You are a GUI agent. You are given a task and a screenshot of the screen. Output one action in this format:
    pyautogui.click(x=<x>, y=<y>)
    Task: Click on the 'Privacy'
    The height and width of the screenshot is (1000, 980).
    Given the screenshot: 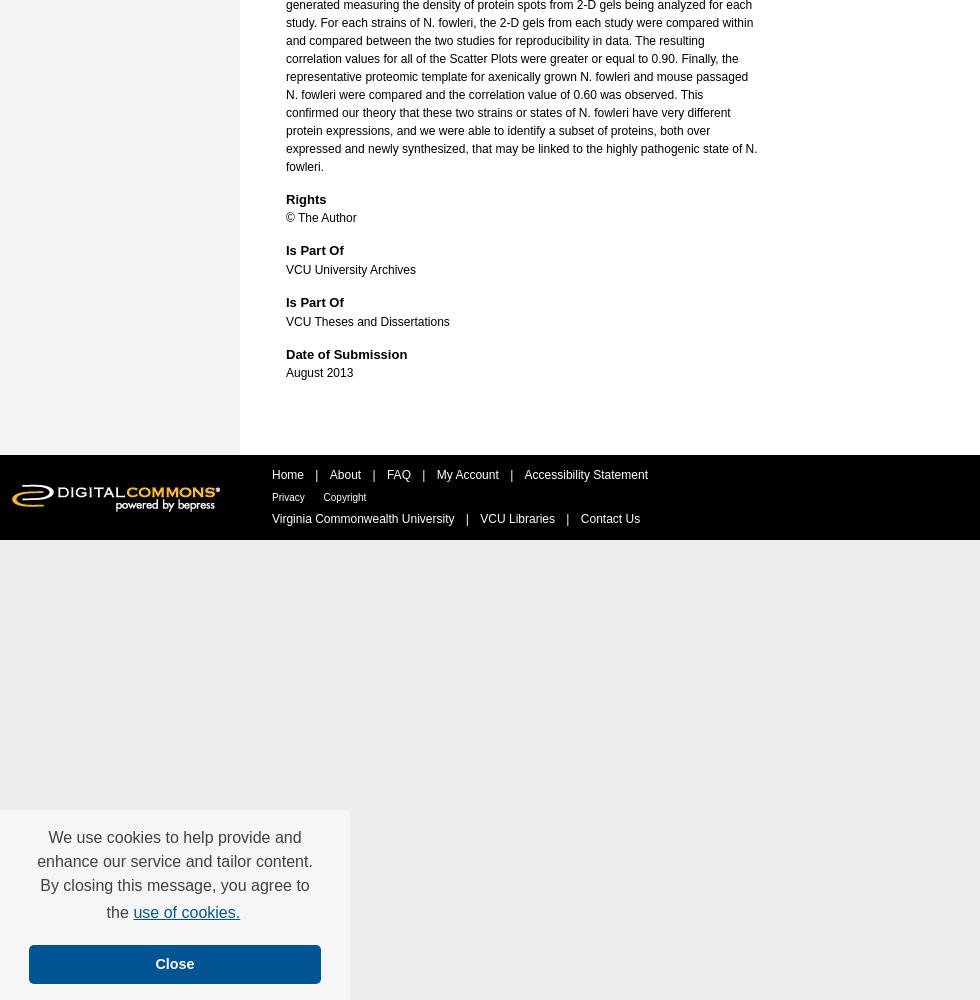 What is the action you would take?
    pyautogui.click(x=289, y=496)
    